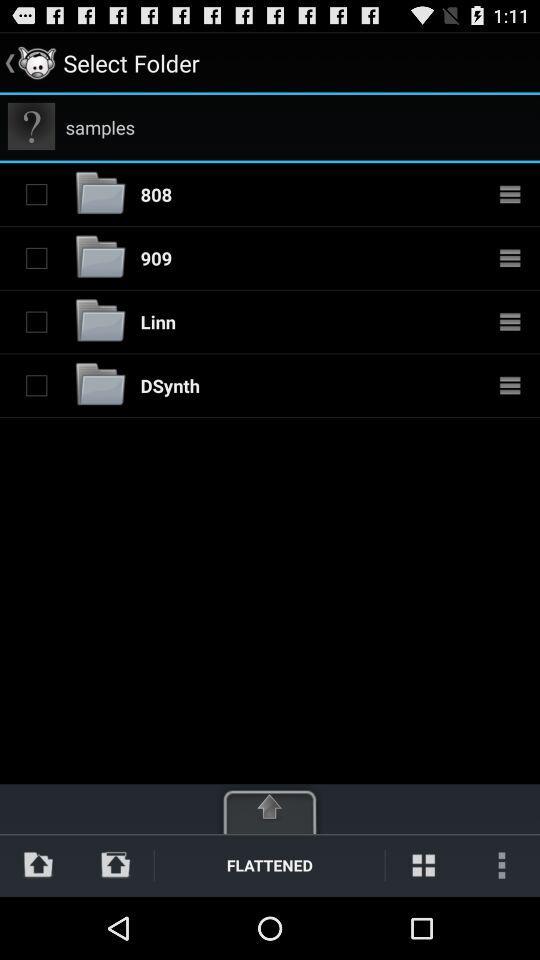 The height and width of the screenshot is (960, 540). I want to click on folder, so click(100, 256).